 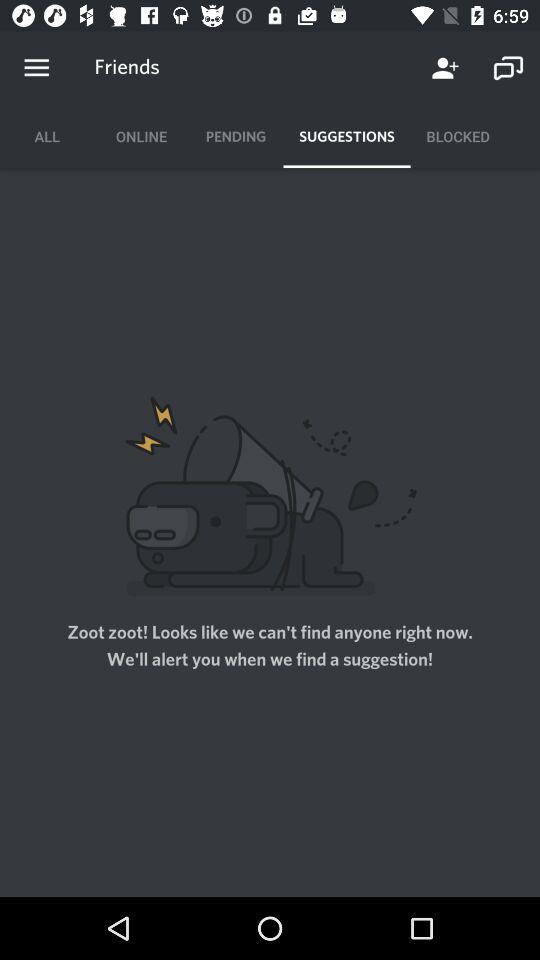 I want to click on the item to the left of friends, so click(x=36, y=68).